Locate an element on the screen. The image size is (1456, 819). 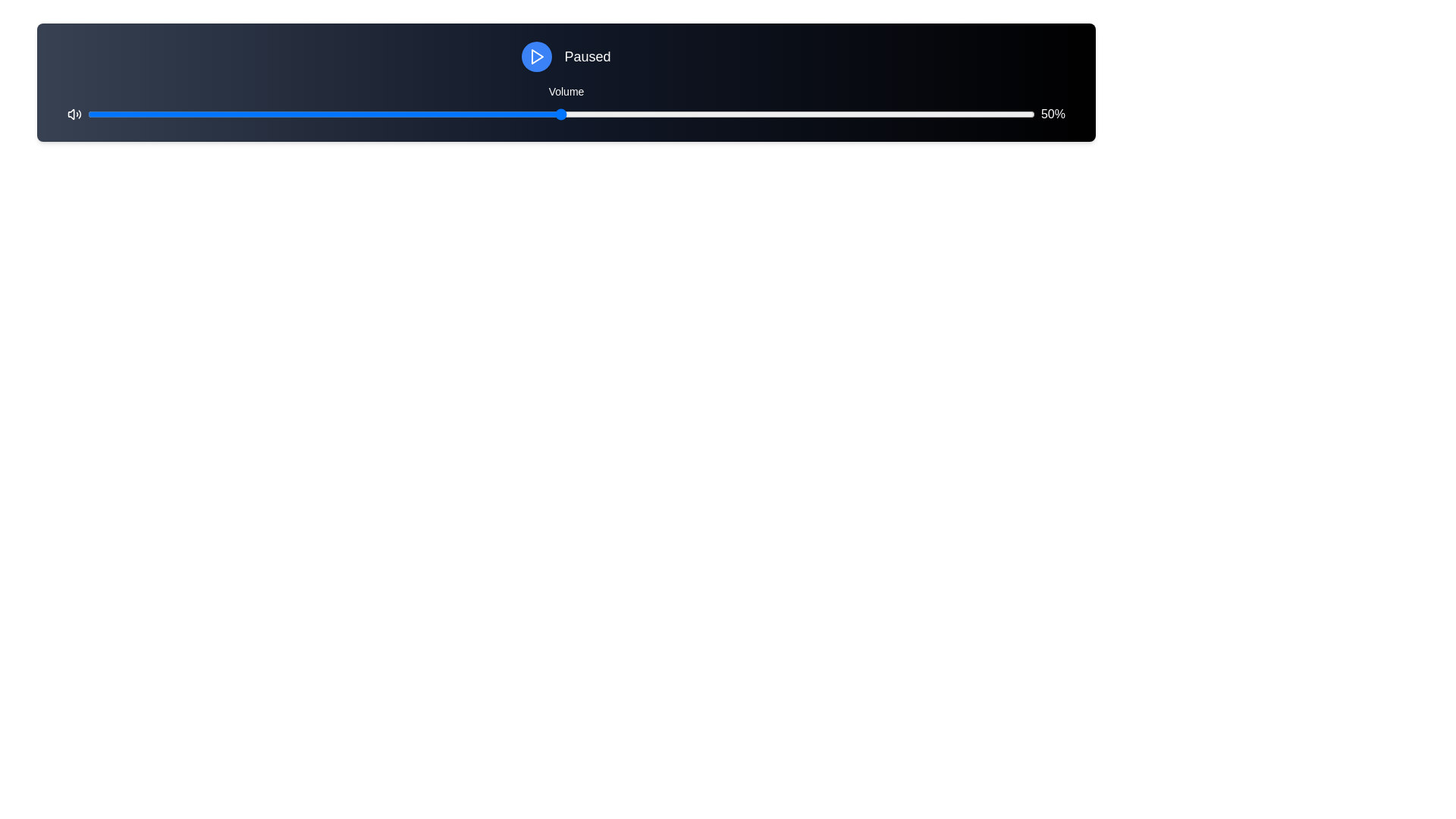
the volume level is located at coordinates (656, 113).